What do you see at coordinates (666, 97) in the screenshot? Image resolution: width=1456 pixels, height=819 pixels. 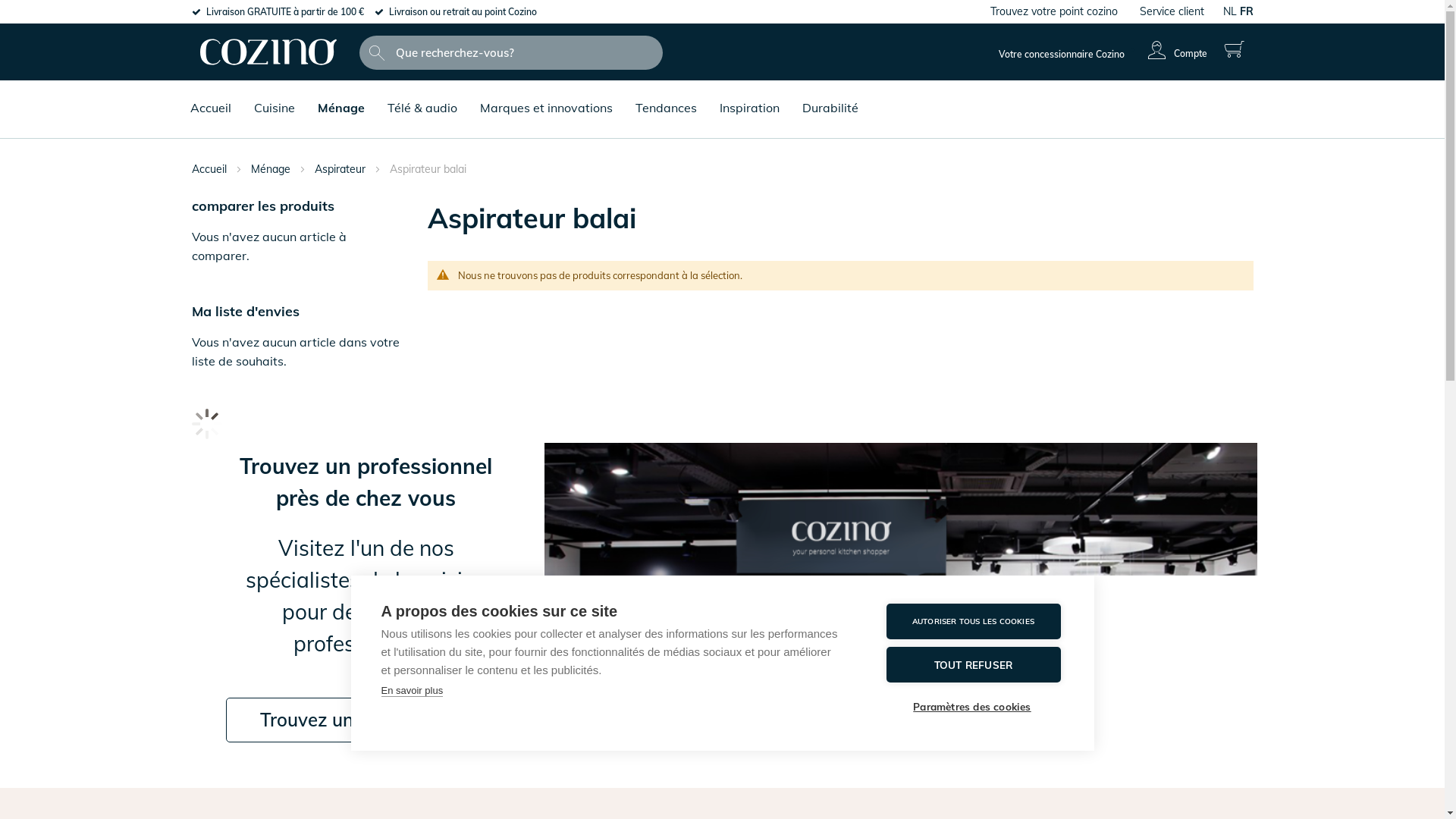 I see `'Tendances'` at bounding box center [666, 97].